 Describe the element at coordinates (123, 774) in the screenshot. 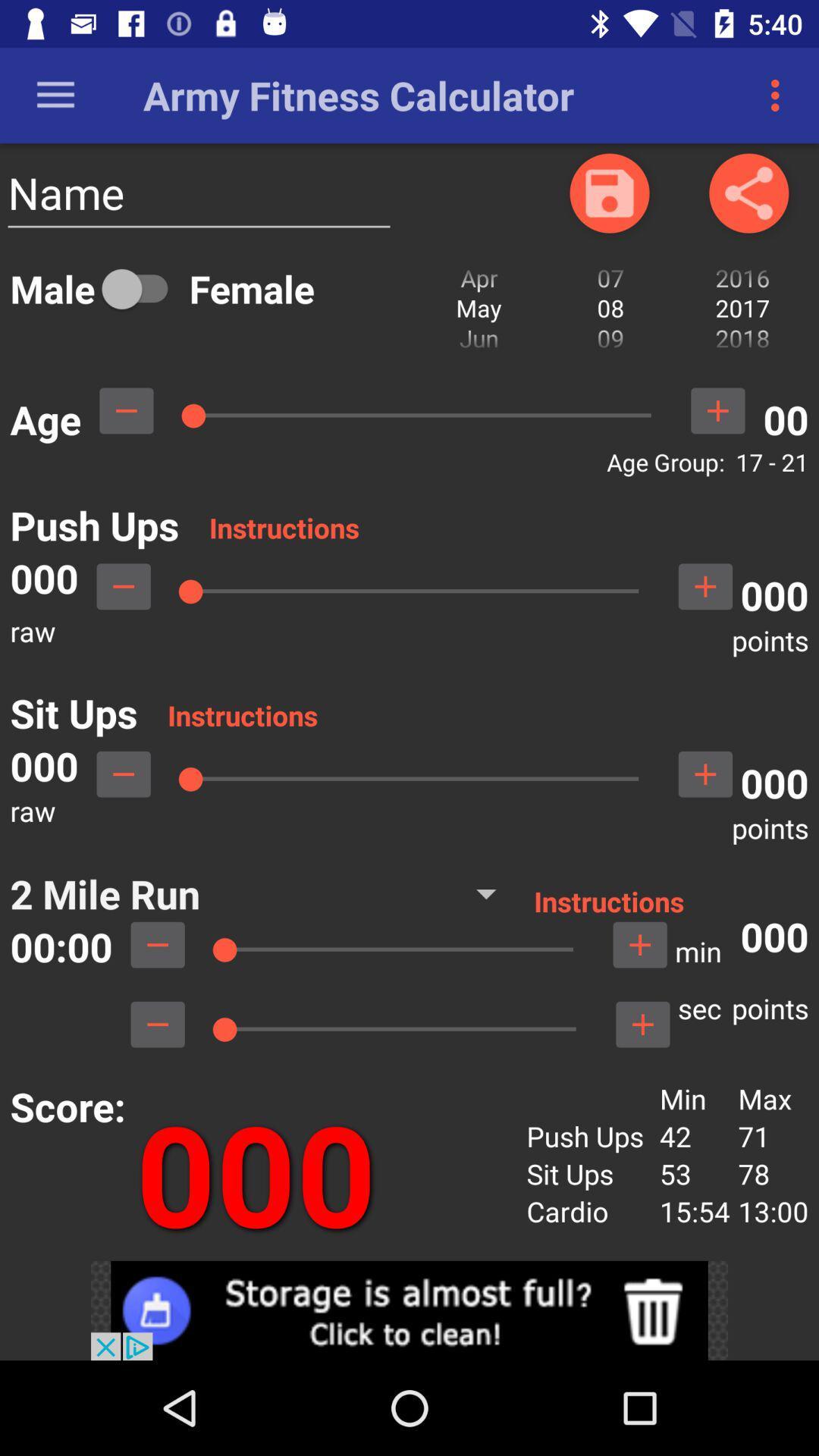

I see `decrease sit ups` at that location.